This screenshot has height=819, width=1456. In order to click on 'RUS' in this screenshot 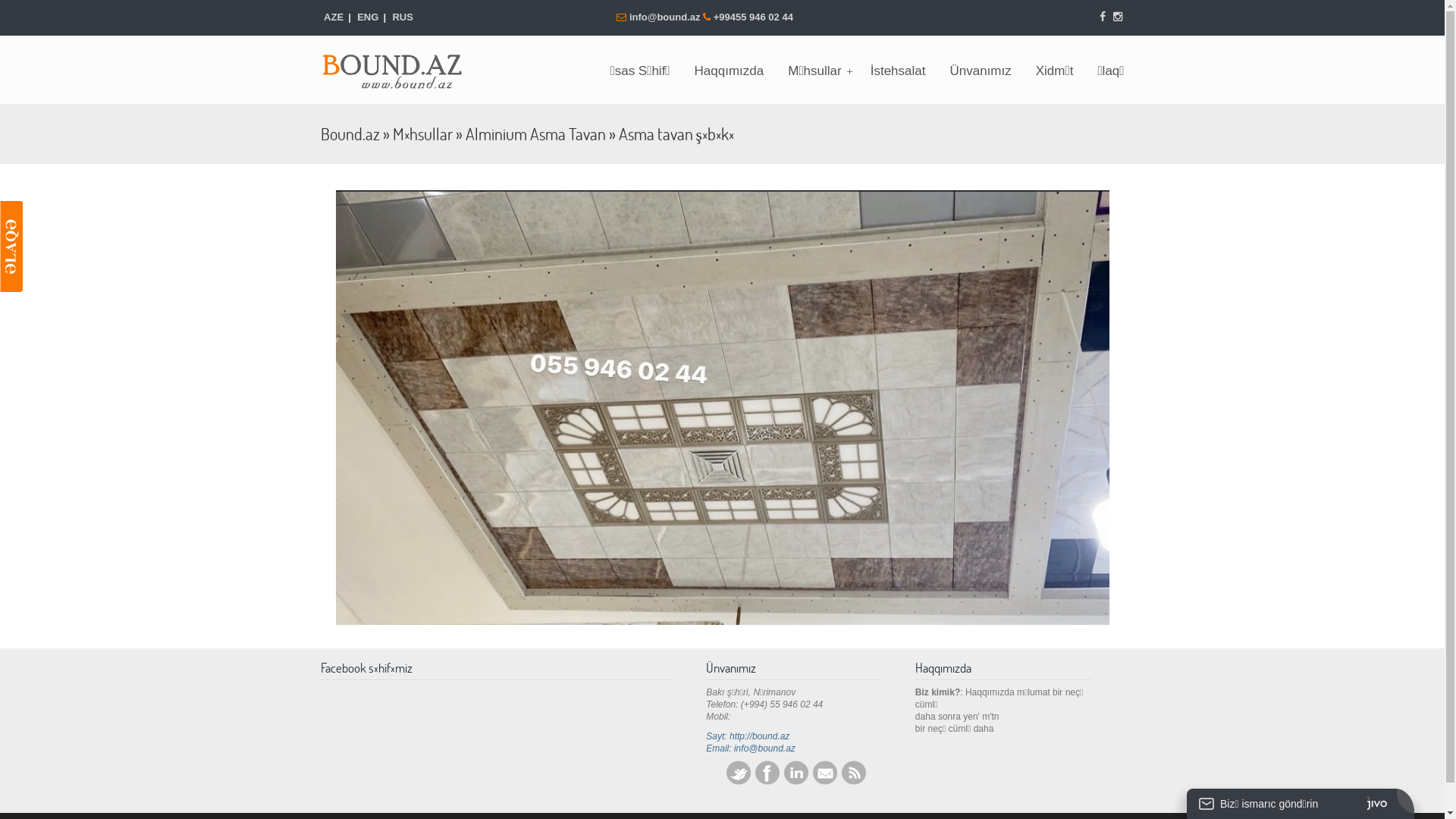, I will do `click(403, 17)`.